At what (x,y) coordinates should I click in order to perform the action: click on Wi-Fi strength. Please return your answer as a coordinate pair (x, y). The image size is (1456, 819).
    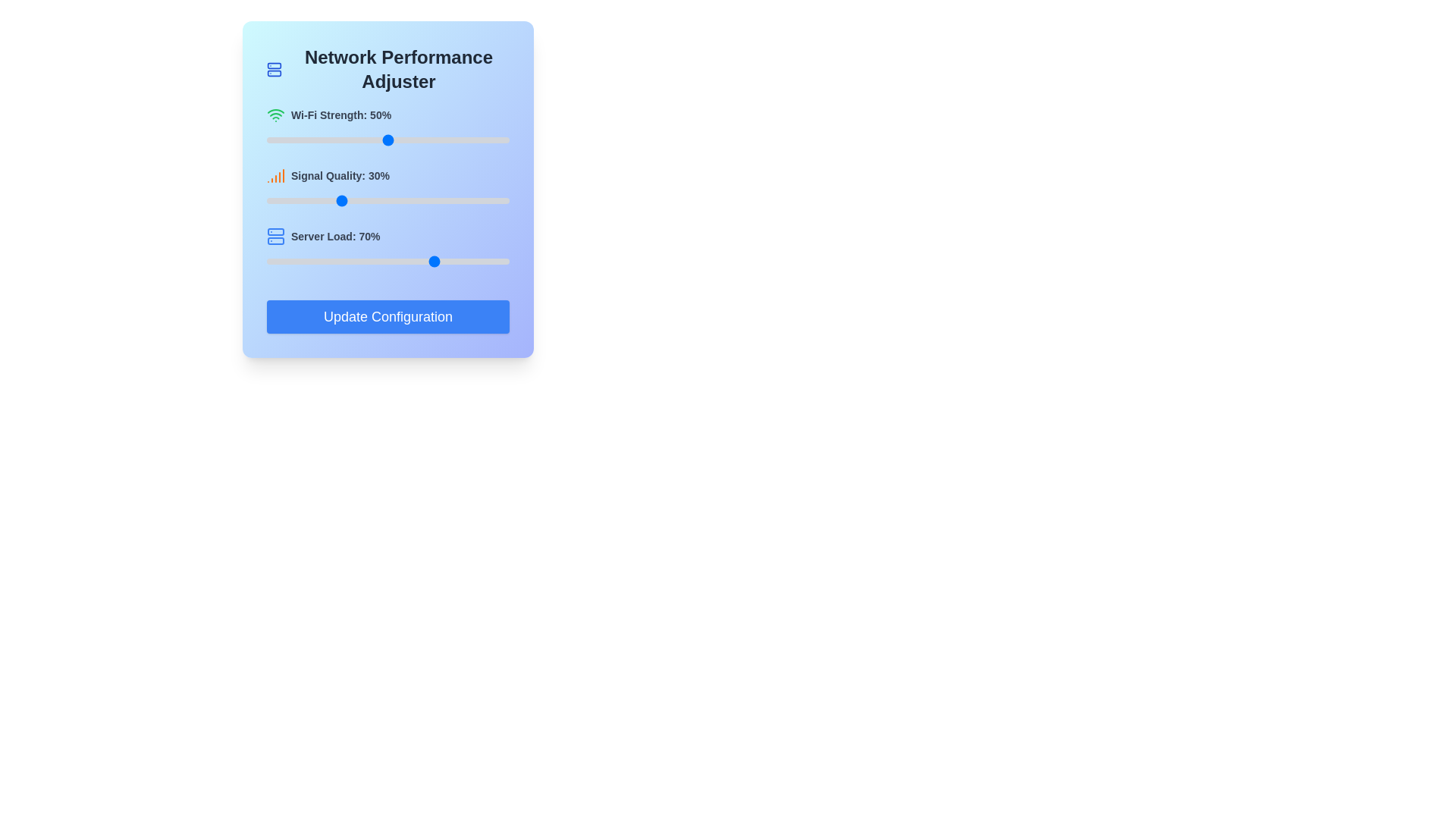
    Looking at the image, I should click on (300, 140).